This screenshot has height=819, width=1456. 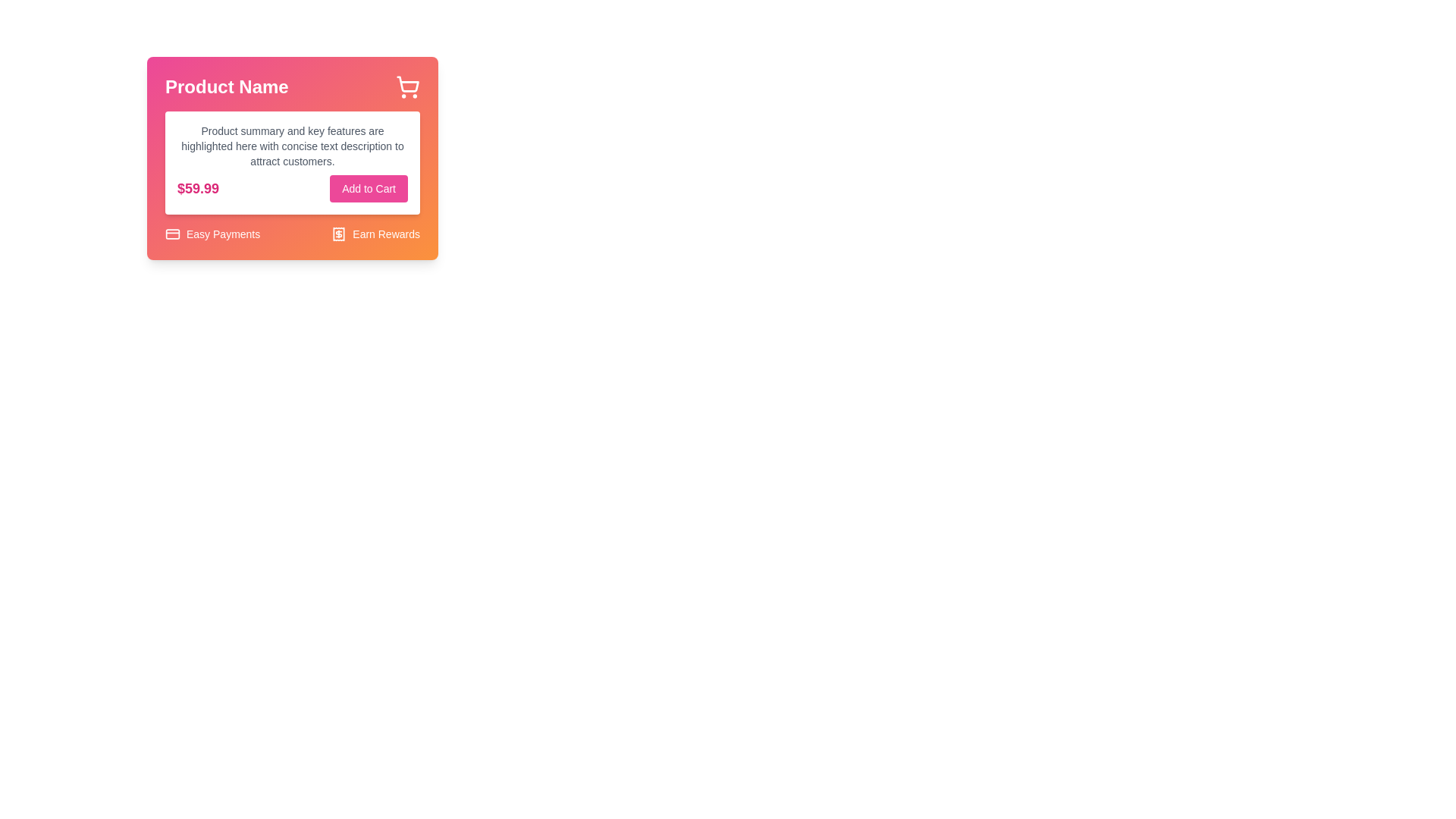 What do you see at coordinates (222, 234) in the screenshot?
I see `the 'Easy Payments' text label displayed in white font on a red-to-orange gradient background, located at the bottom-left section of the card, to the right of the credit card icon and to the left of 'Earn Rewards'` at bounding box center [222, 234].